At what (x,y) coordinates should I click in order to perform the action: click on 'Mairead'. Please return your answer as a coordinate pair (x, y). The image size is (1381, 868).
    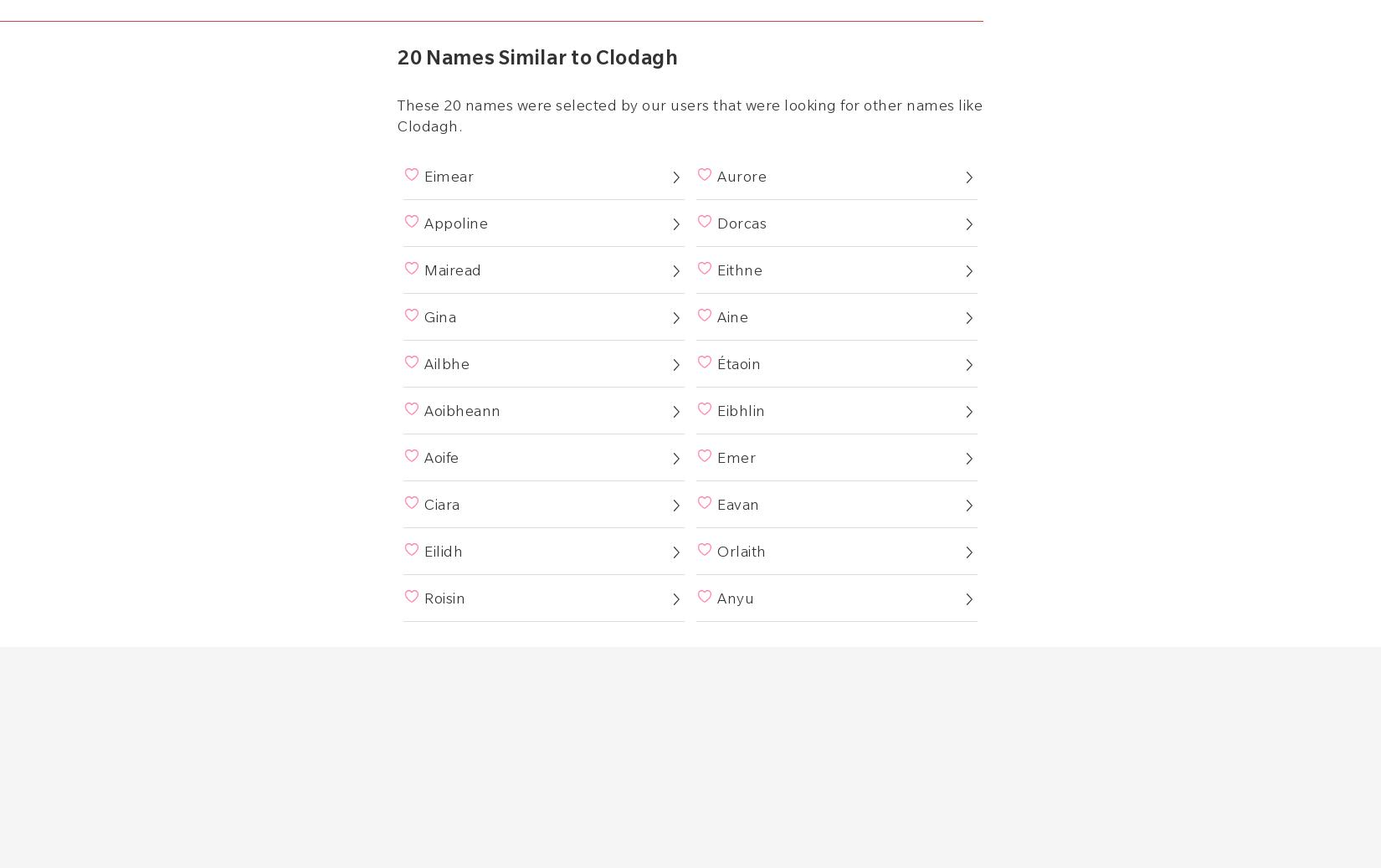
    Looking at the image, I should click on (452, 269).